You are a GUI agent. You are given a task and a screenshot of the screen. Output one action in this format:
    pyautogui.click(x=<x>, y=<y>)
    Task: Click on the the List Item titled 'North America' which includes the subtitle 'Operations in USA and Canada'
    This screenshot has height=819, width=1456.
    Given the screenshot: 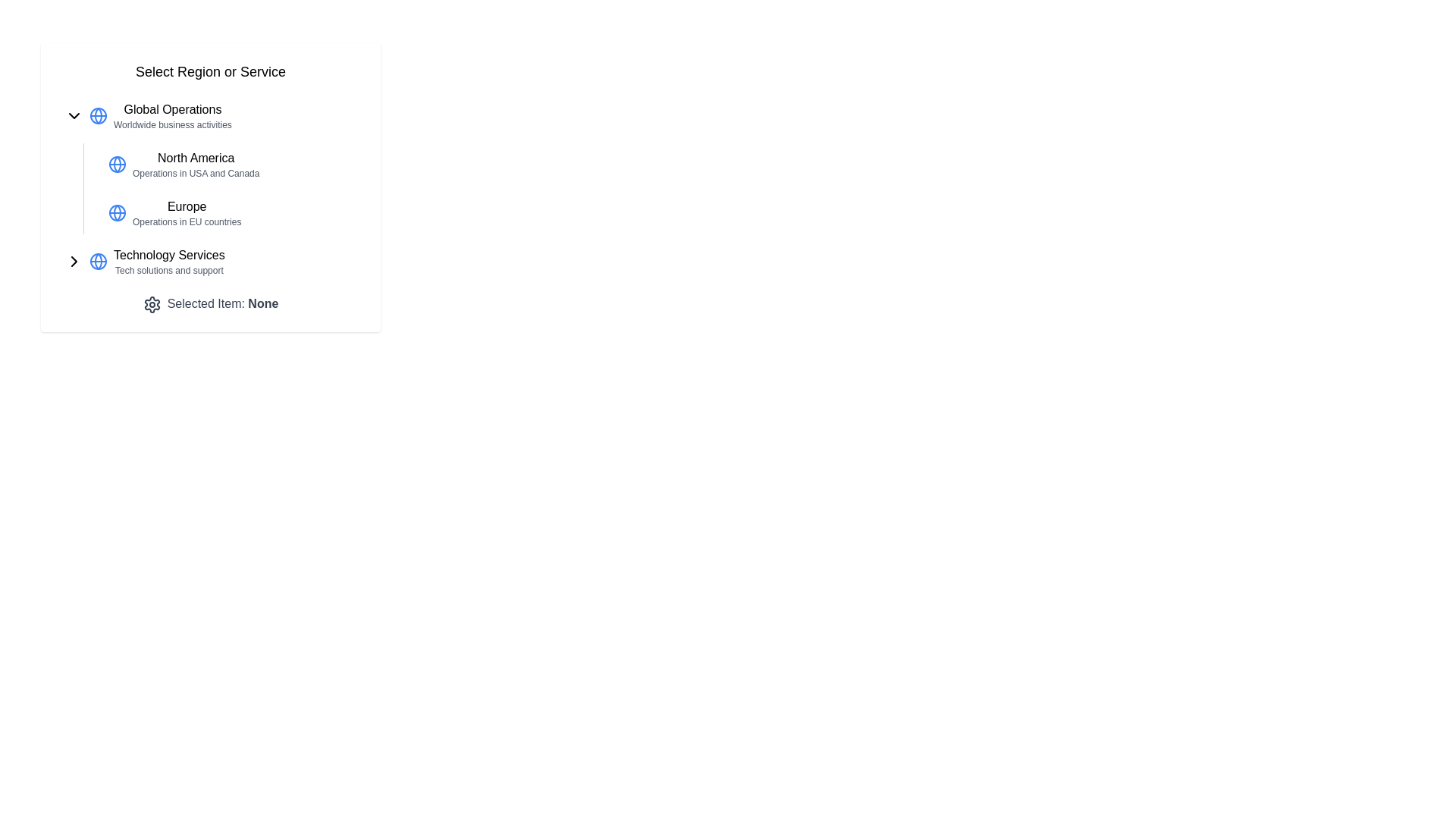 What is the action you would take?
    pyautogui.click(x=195, y=164)
    